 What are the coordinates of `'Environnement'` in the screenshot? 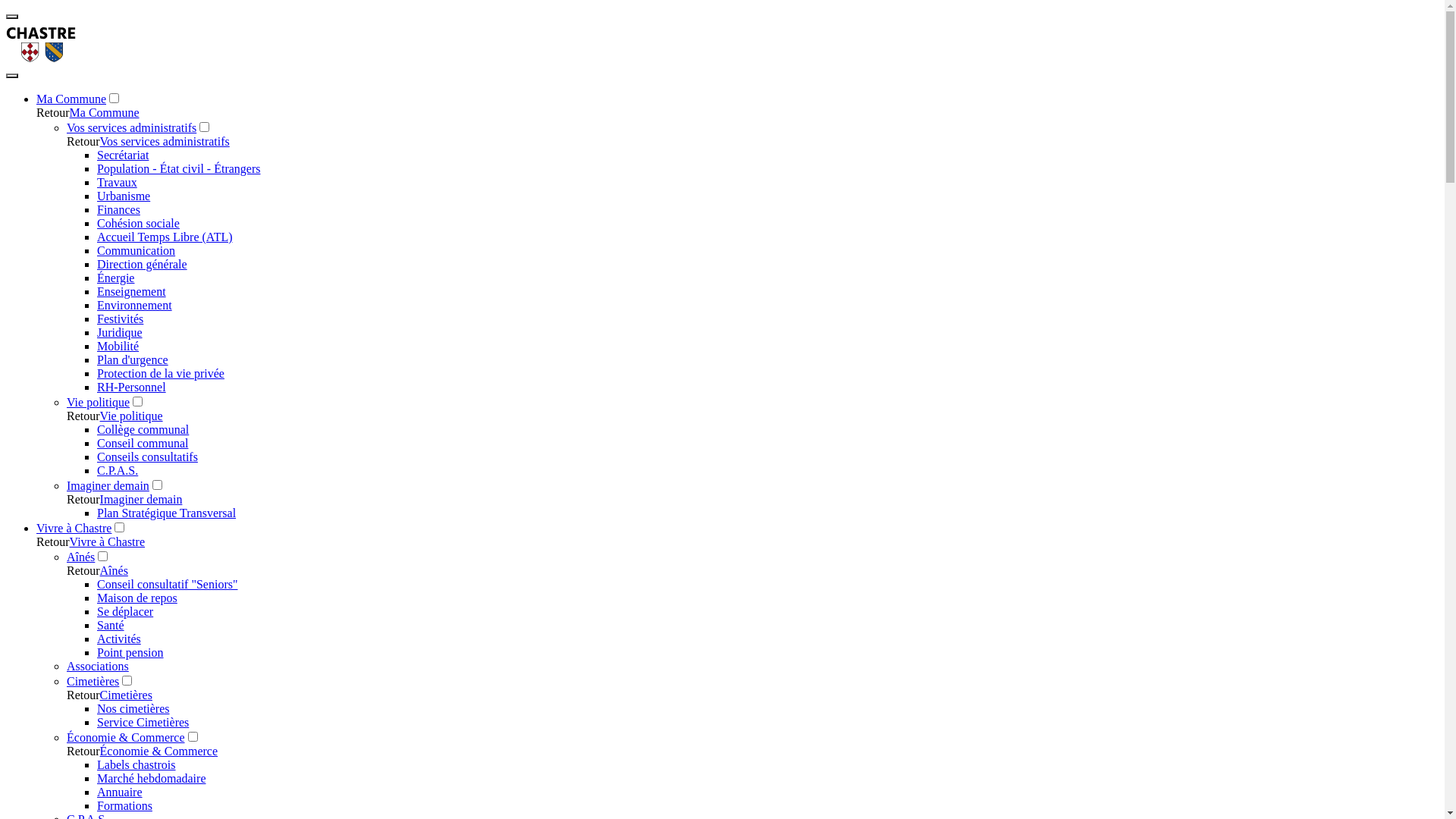 It's located at (96, 305).